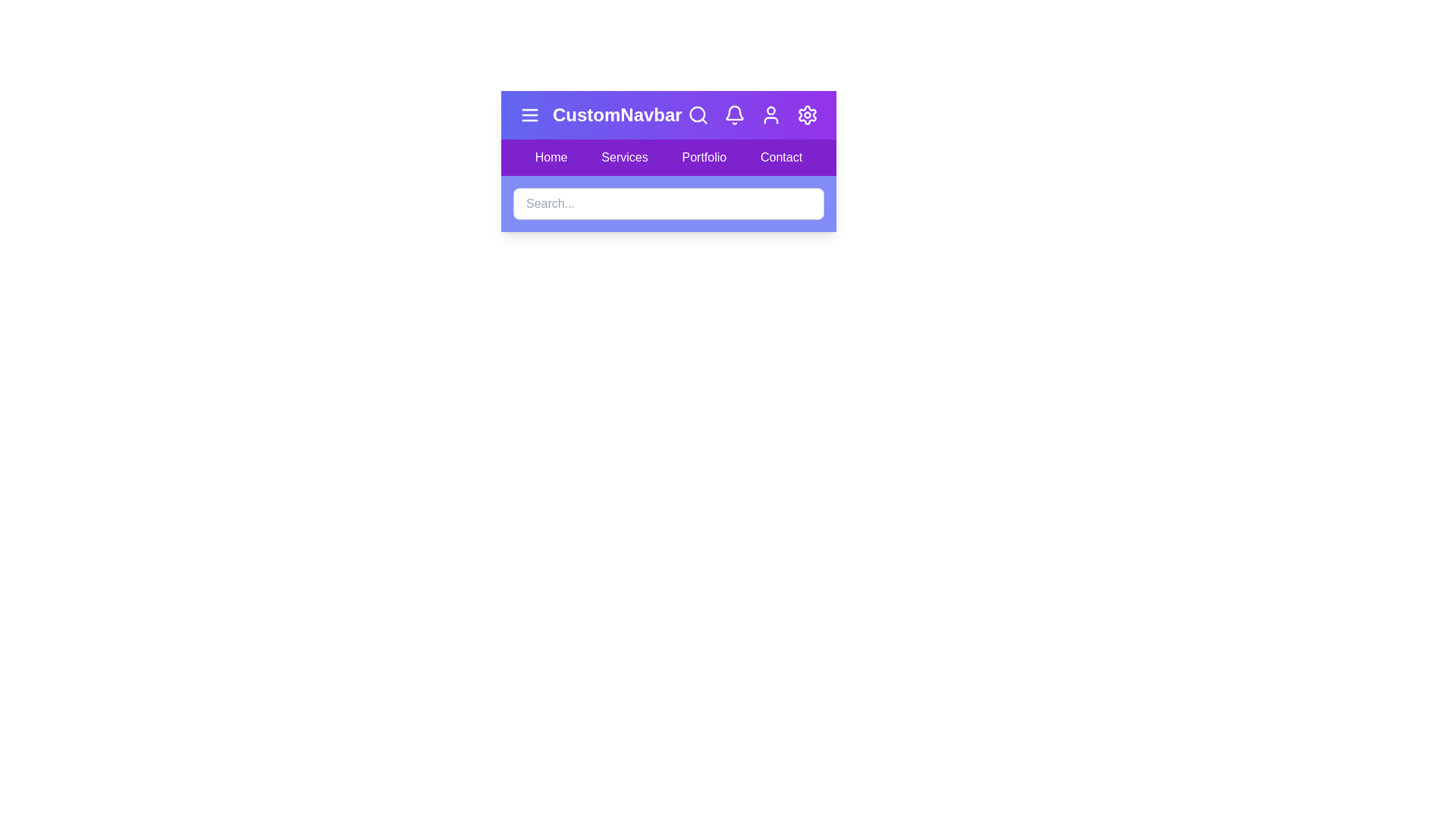 The image size is (1456, 819). What do you see at coordinates (668, 203) in the screenshot?
I see `the center of the search input field` at bounding box center [668, 203].